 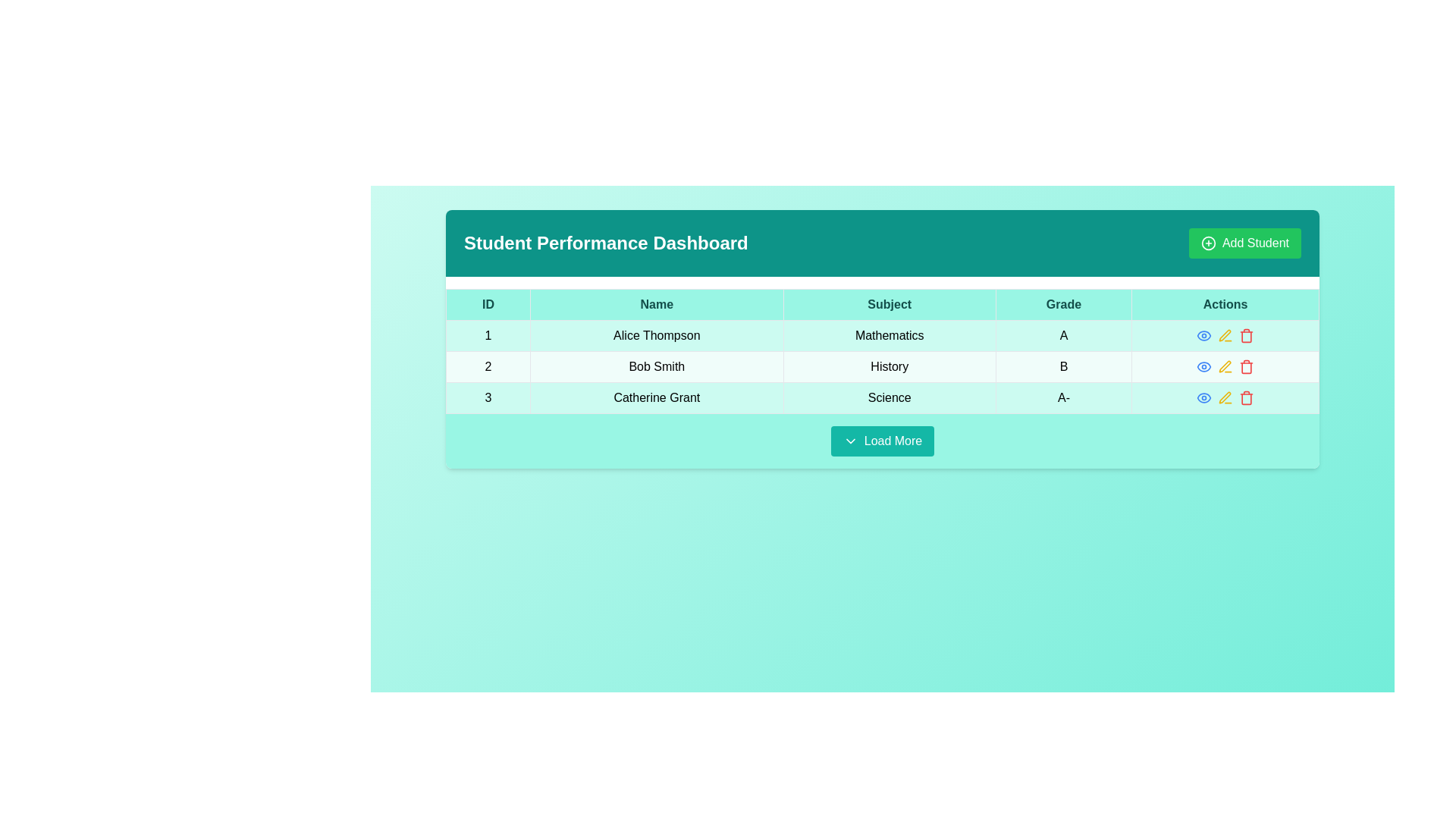 What do you see at coordinates (890, 366) in the screenshot?
I see `the static text label displaying 'History'` at bounding box center [890, 366].